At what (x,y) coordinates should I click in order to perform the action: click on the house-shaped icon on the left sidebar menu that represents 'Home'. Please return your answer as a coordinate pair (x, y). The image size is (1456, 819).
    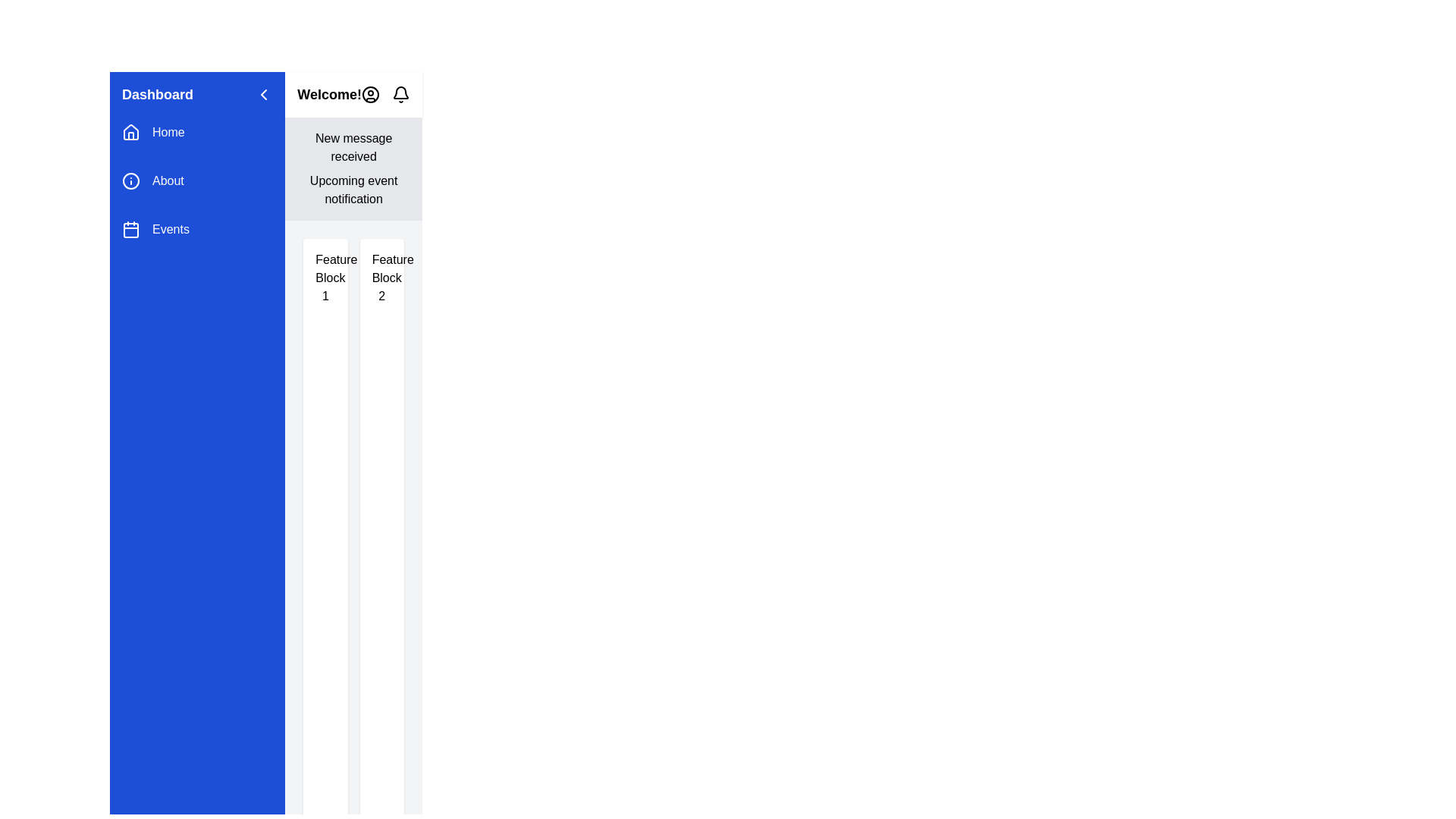
    Looking at the image, I should click on (130, 131).